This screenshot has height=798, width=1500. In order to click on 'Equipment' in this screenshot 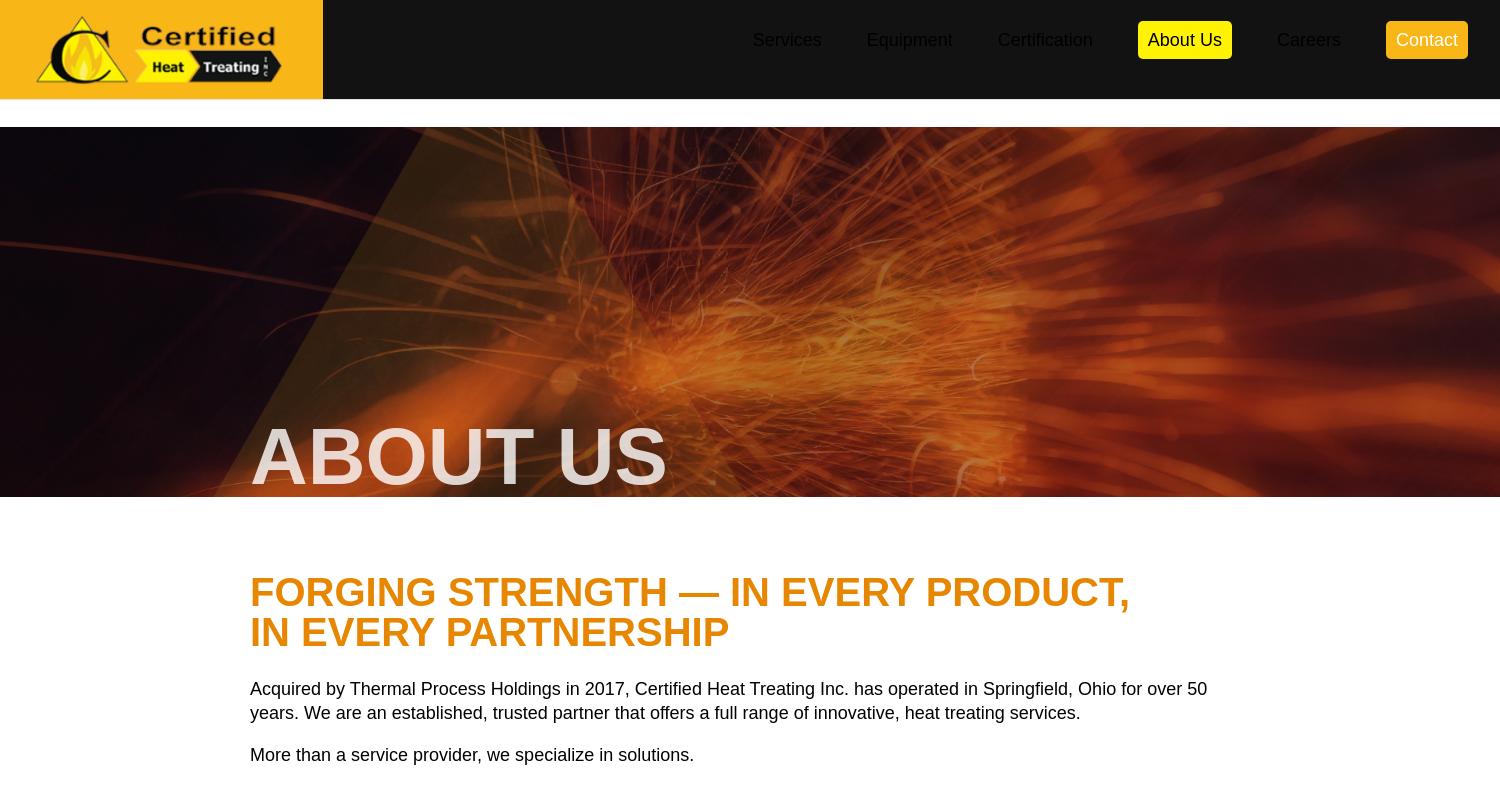, I will do `click(909, 68)`.